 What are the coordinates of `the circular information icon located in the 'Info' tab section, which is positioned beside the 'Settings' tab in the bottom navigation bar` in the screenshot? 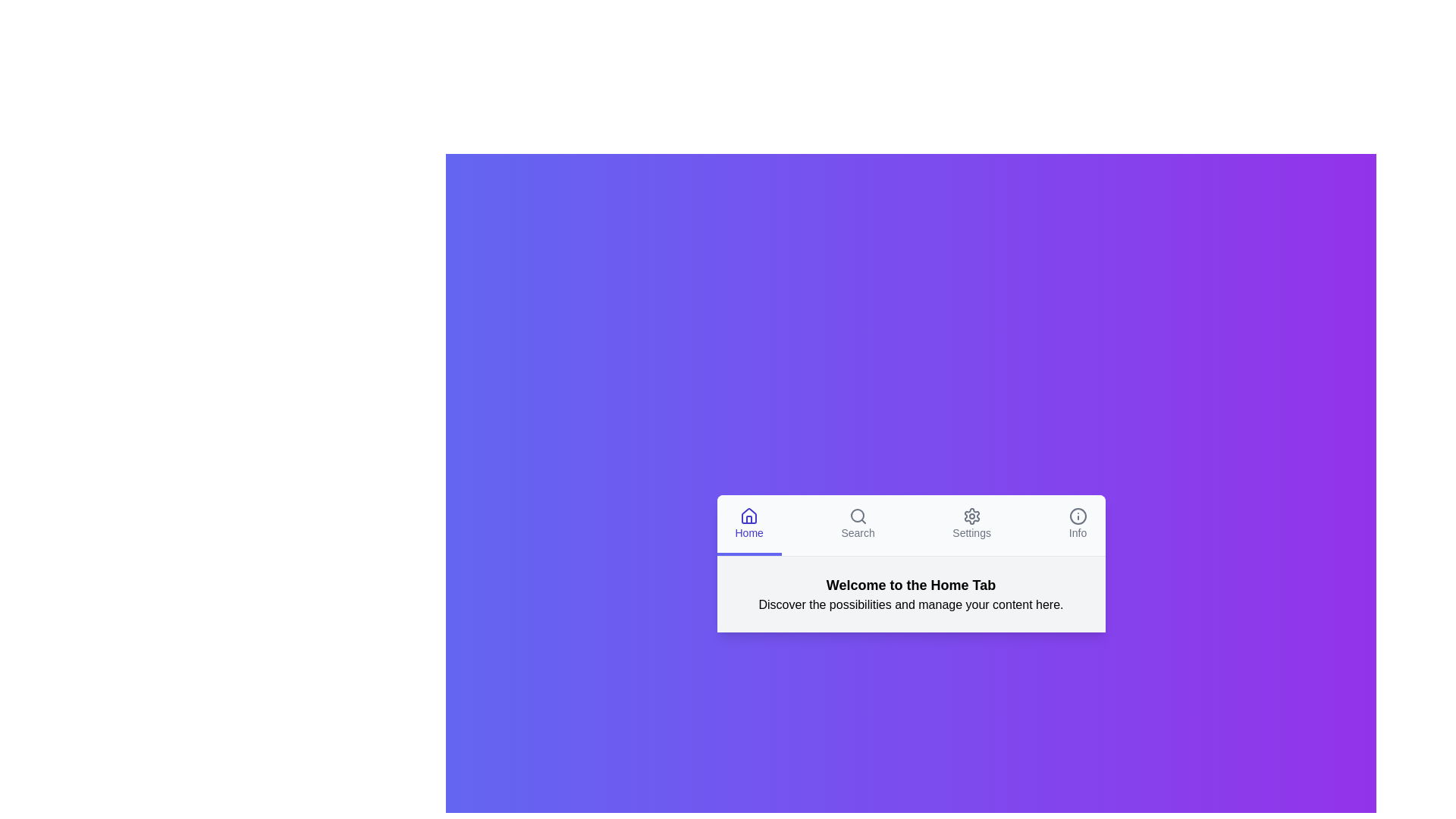 It's located at (1077, 515).